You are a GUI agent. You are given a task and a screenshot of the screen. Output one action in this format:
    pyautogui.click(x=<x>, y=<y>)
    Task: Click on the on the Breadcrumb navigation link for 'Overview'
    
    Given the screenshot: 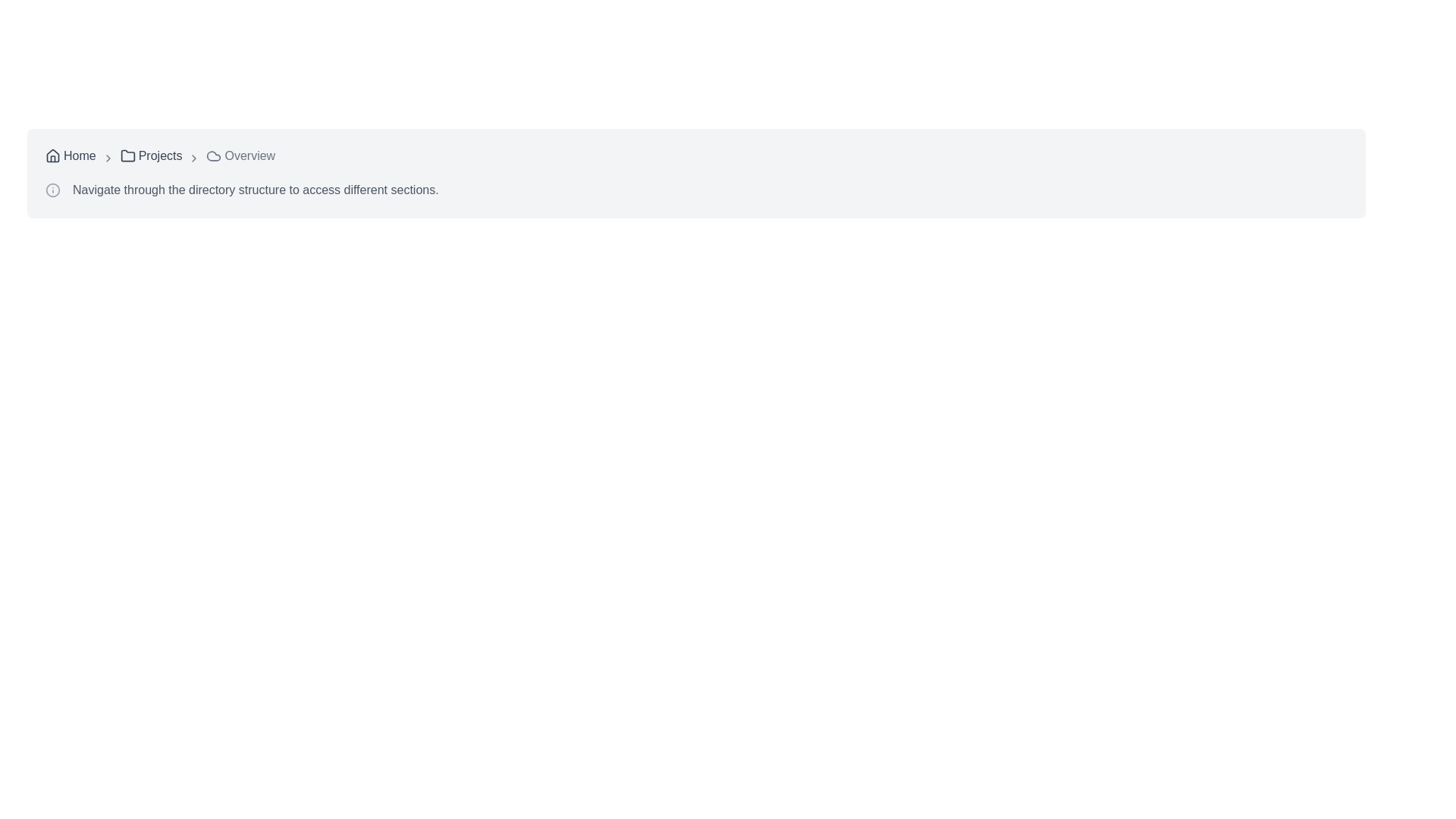 What is the action you would take?
    pyautogui.click(x=240, y=155)
    